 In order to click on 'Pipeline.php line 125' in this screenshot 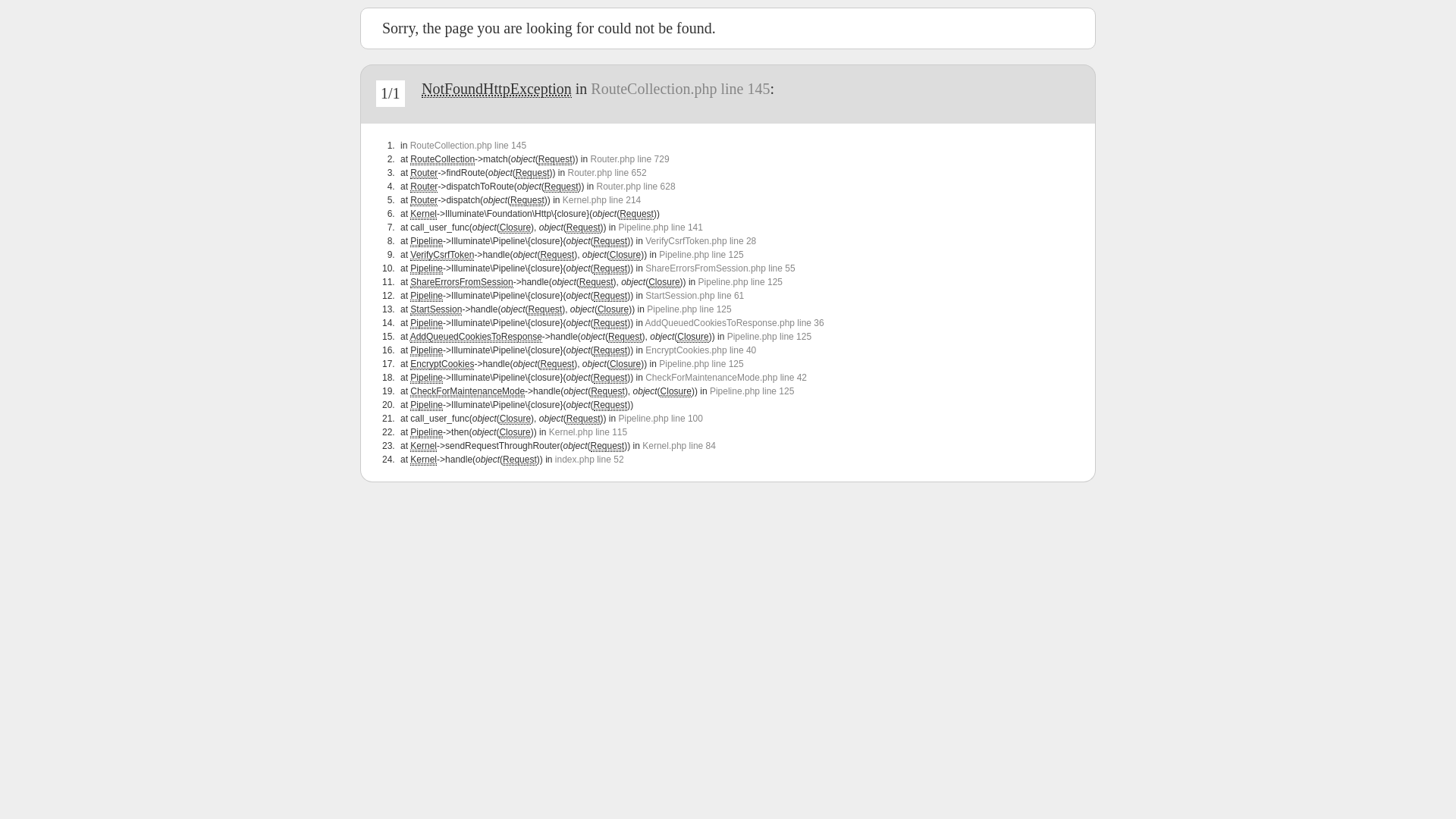, I will do `click(769, 335)`.